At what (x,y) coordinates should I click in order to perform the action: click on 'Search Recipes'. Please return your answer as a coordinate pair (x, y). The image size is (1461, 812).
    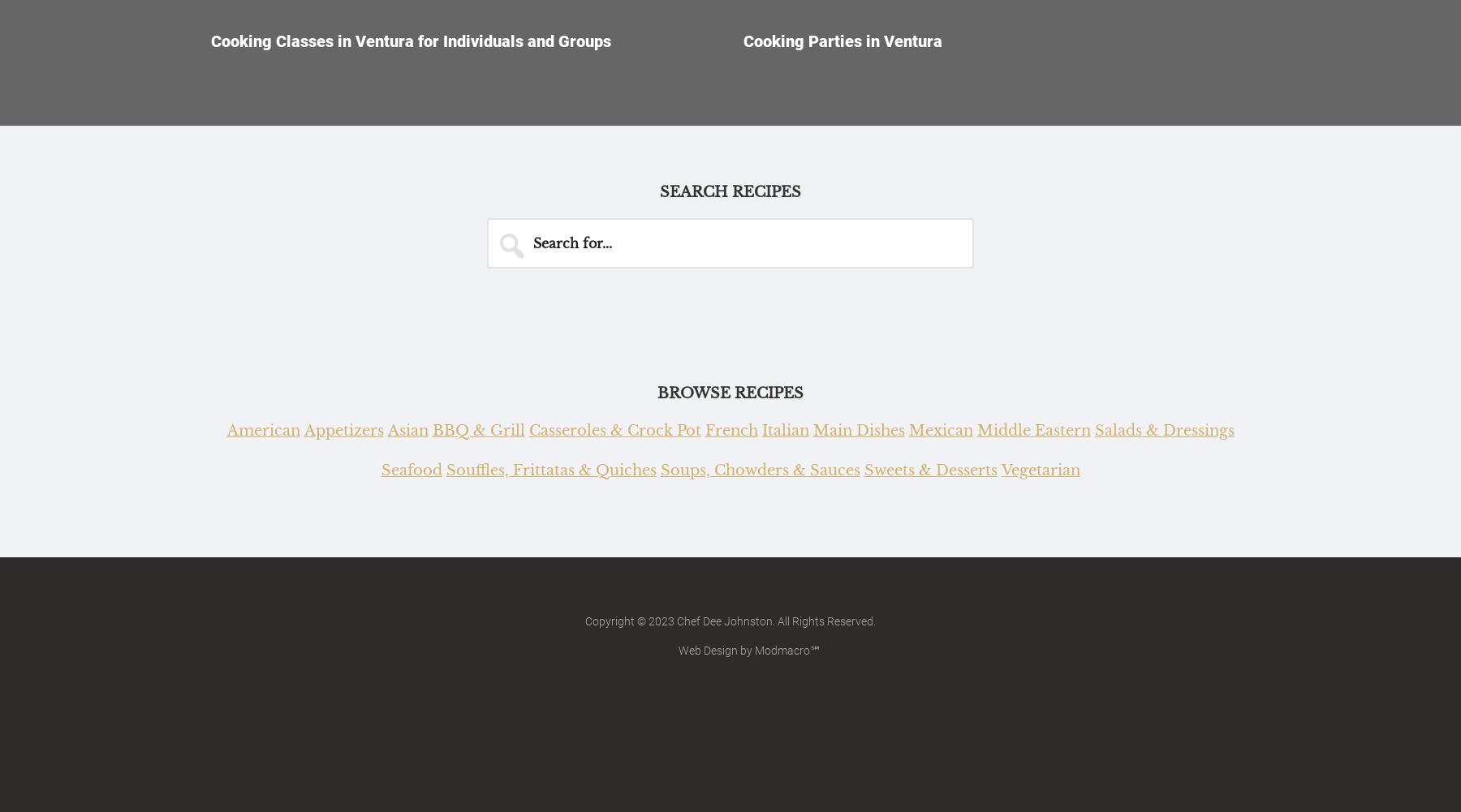
    Looking at the image, I should click on (730, 191).